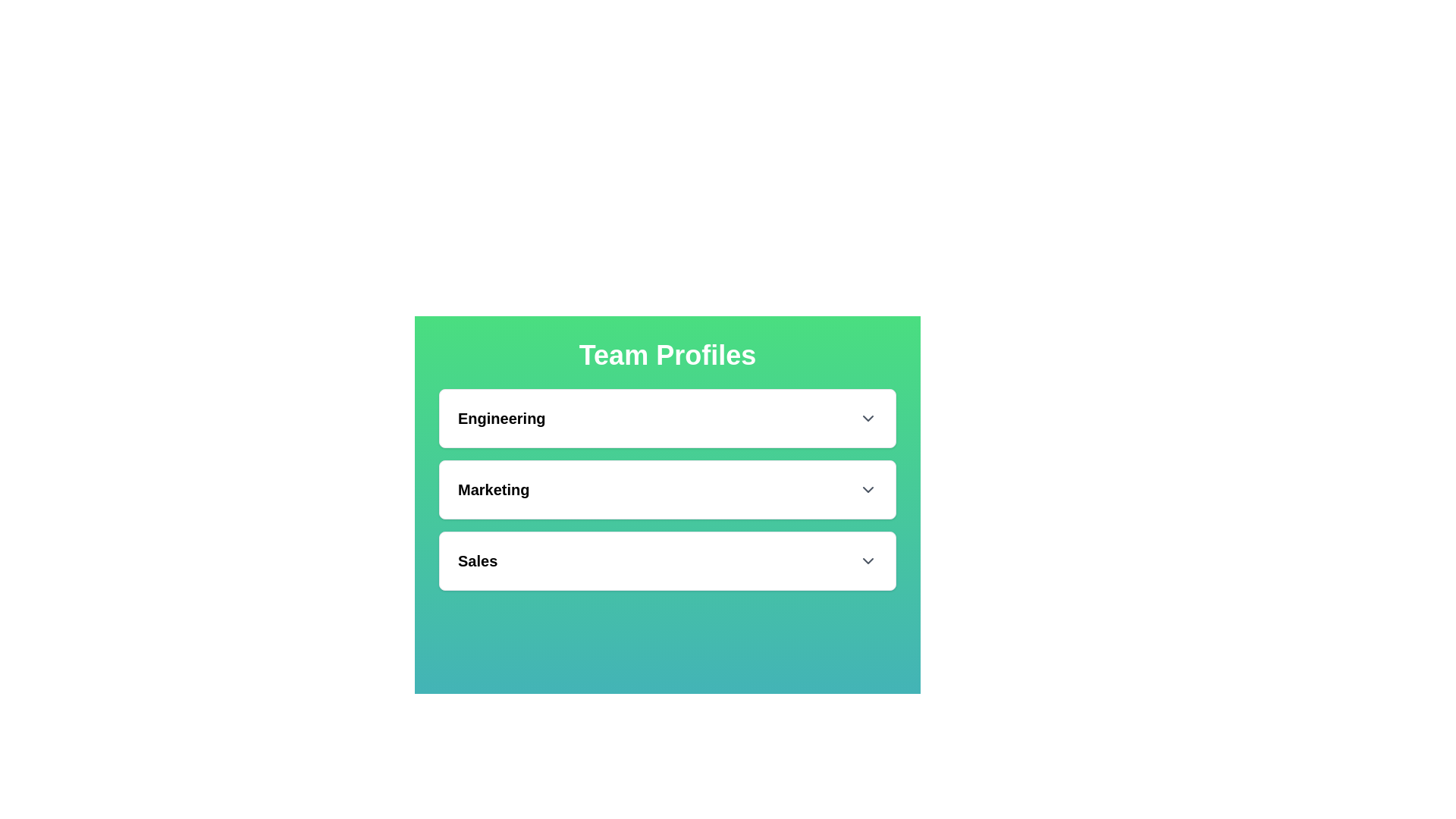 Image resolution: width=1456 pixels, height=819 pixels. I want to click on the 'Marketing' dropdown menu item, so click(667, 489).